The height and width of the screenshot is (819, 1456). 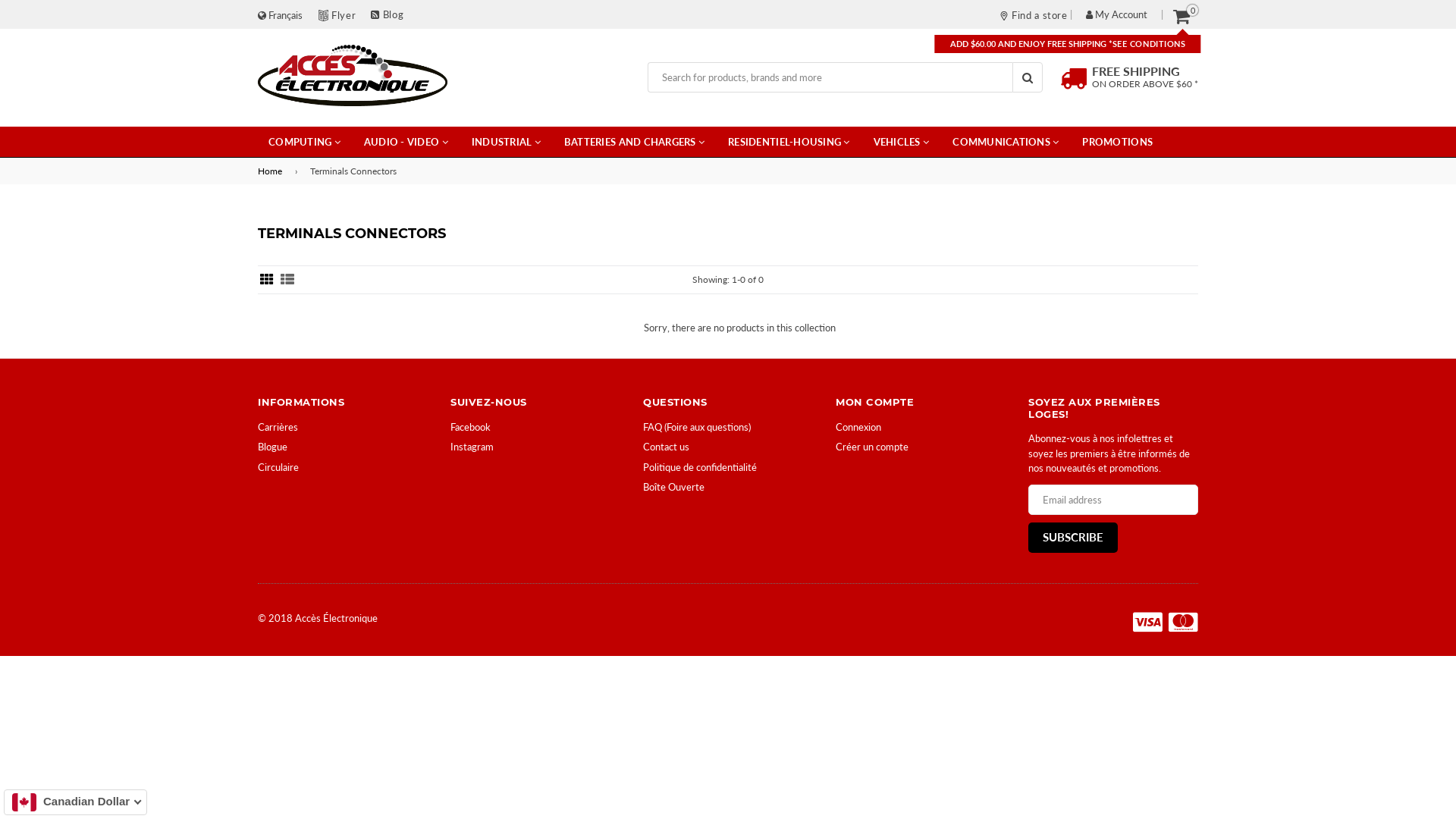 What do you see at coordinates (342, 14) in the screenshot?
I see `'Flyer'` at bounding box center [342, 14].